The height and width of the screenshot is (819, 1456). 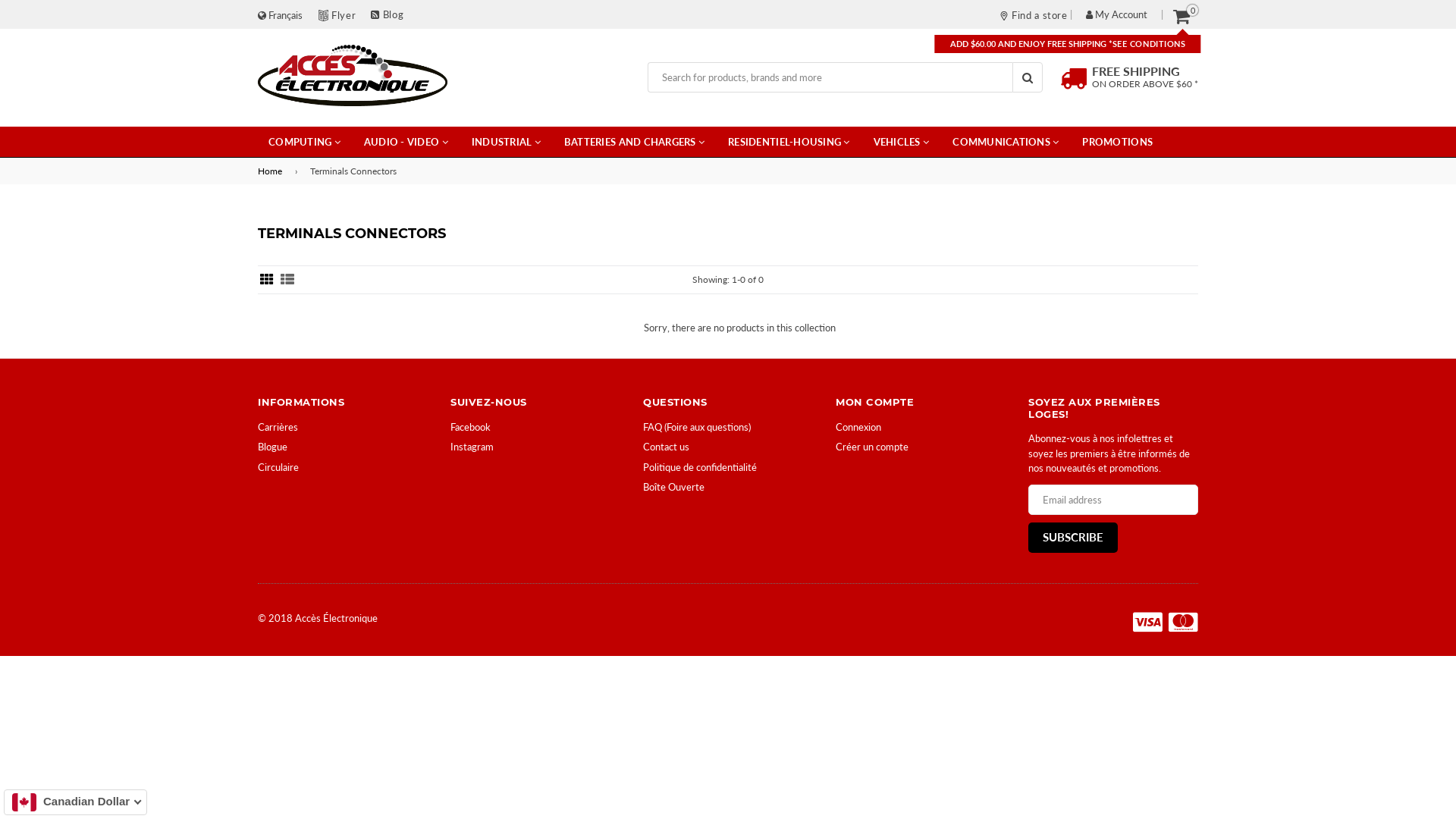 What do you see at coordinates (342, 14) in the screenshot?
I see `'Flyer'` at bounding box center [342, 14].